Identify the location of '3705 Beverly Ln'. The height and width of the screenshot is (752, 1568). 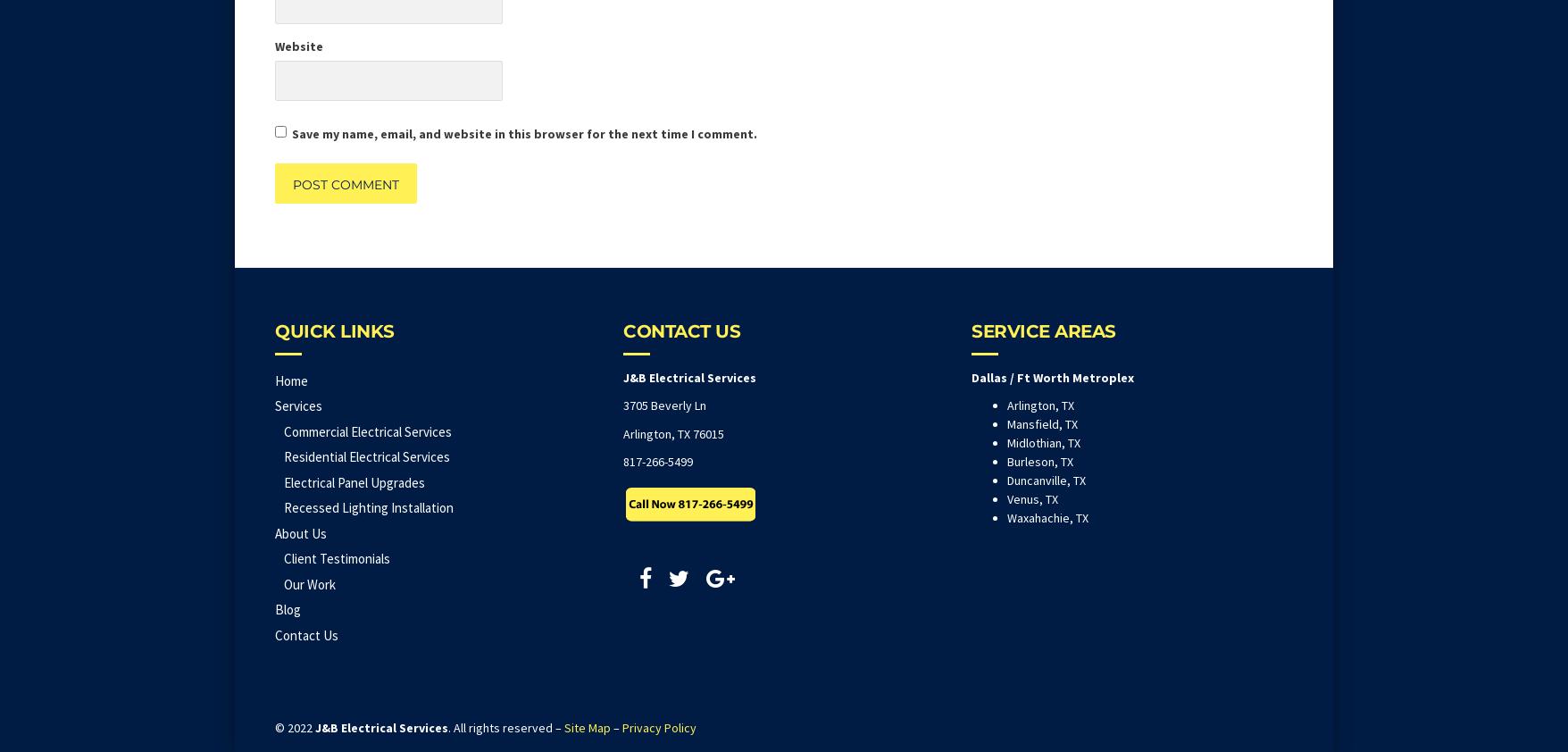
(664, 405).